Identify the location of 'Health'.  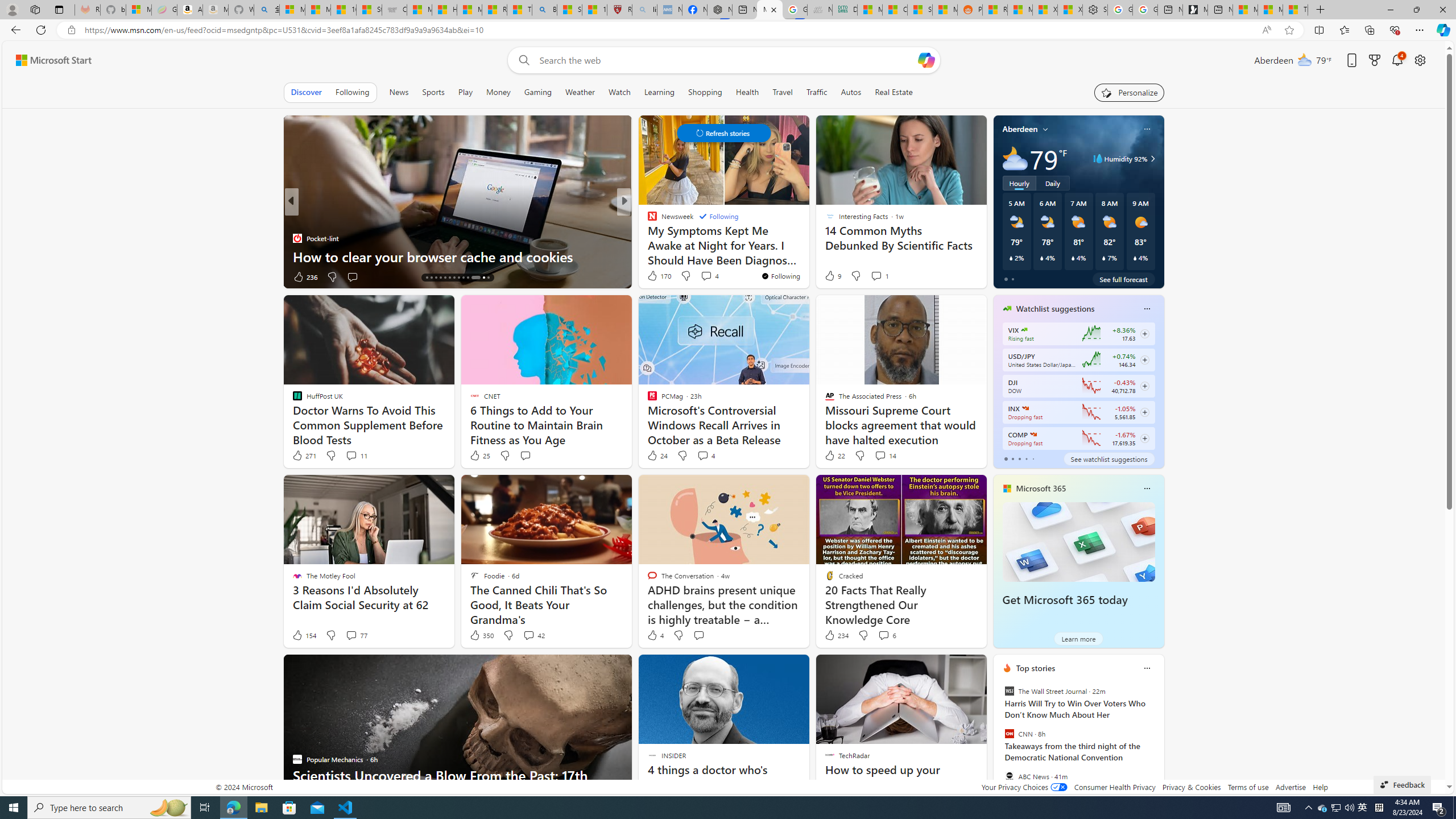
(746, 92).